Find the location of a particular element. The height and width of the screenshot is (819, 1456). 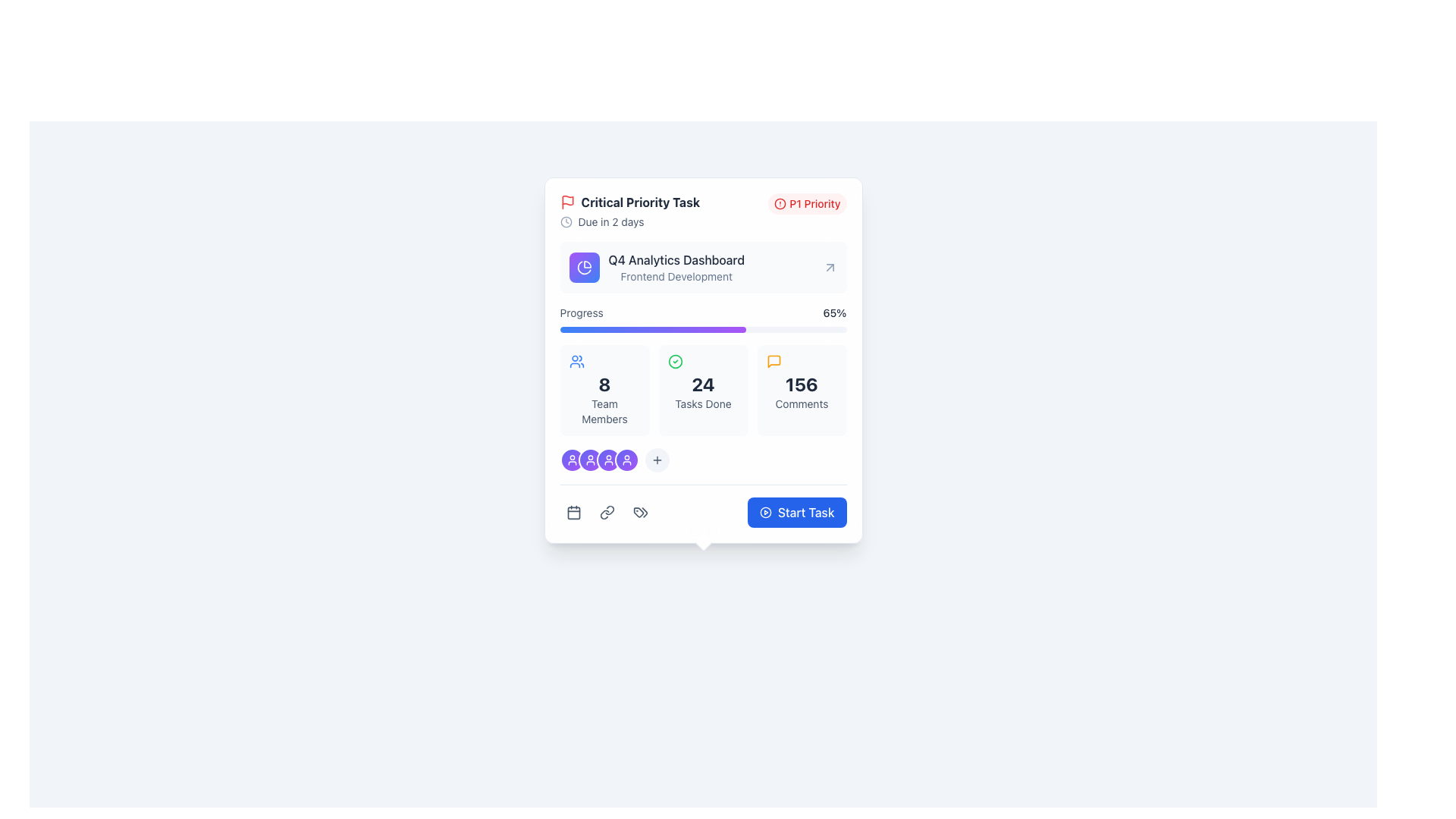

the small circular '+' icon button located at the lower part of the card, to the right of user profile icons is located at coordinates (657, 459).